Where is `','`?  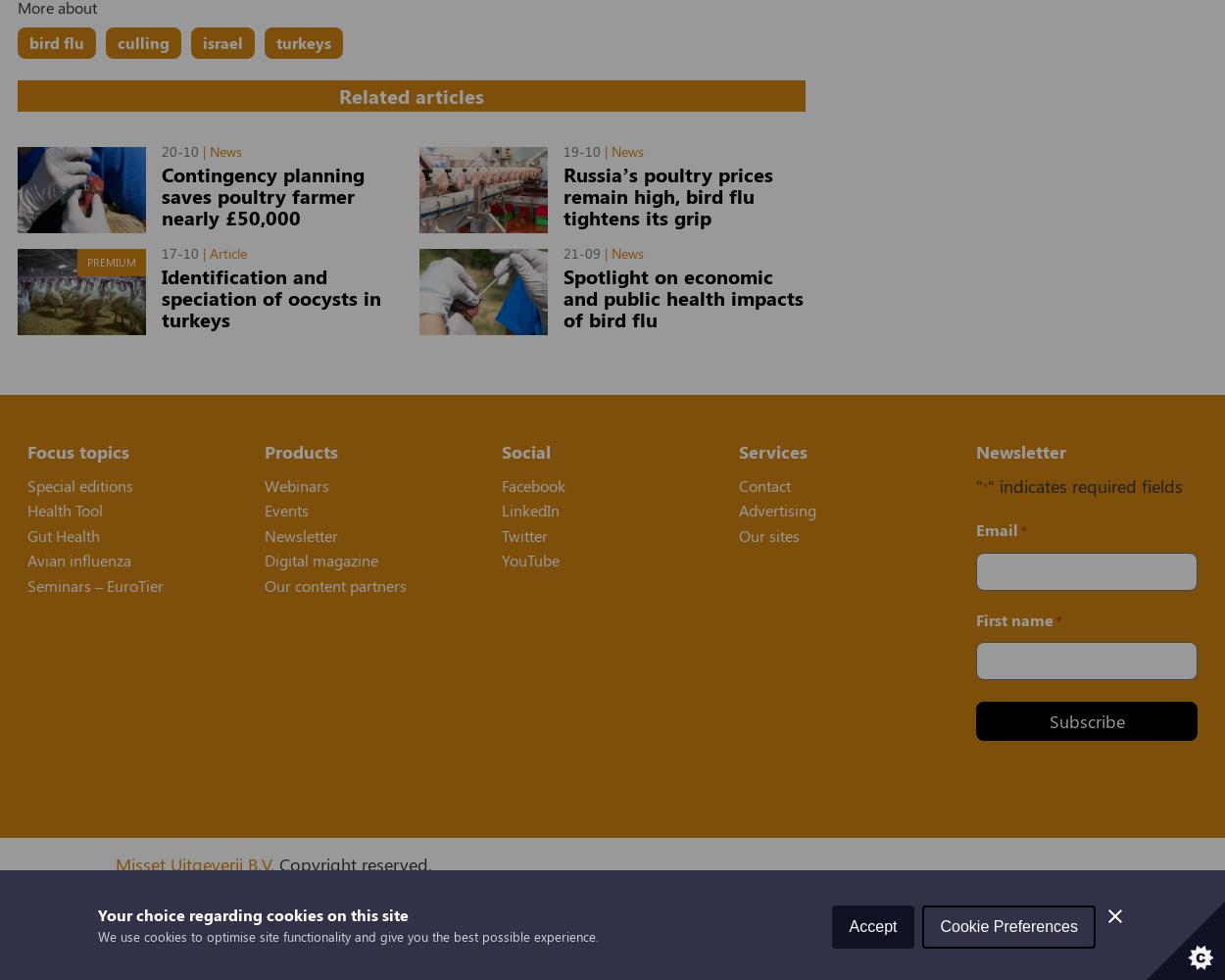 ',' is located at coordinates (589, 890).